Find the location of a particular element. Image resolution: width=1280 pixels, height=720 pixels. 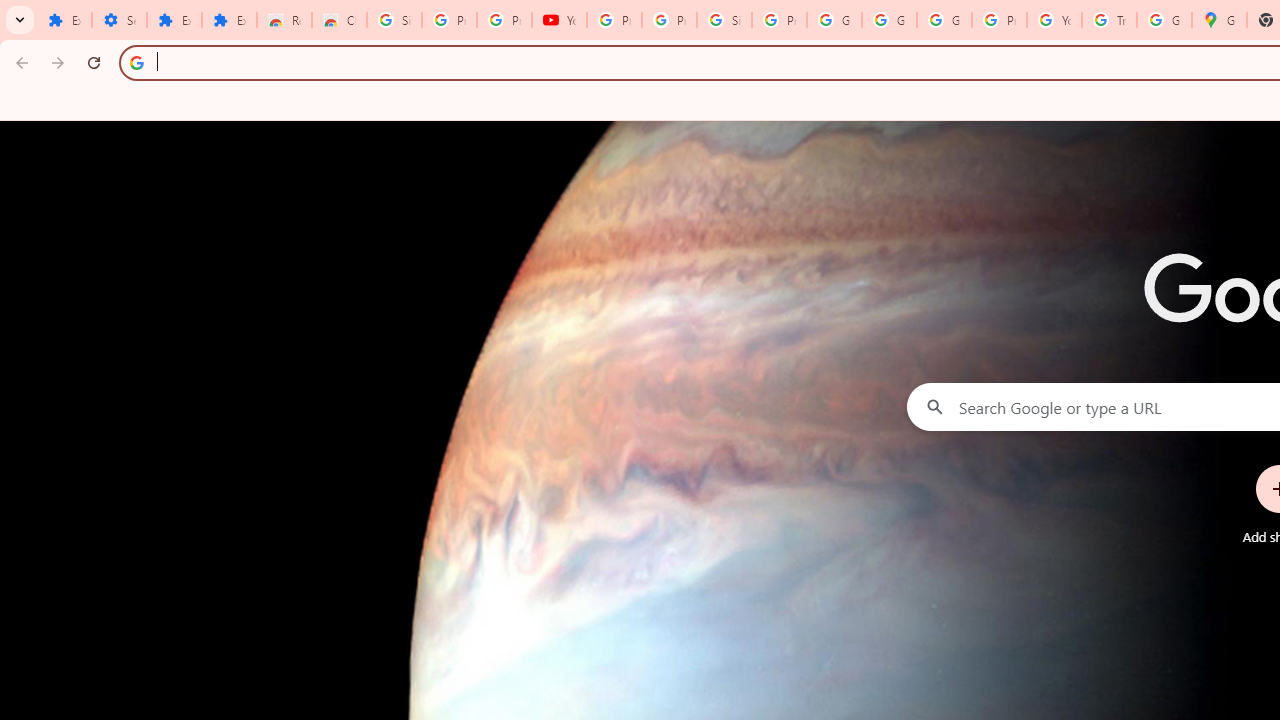

'Google Maps' is located at coordinates (1218, 20).